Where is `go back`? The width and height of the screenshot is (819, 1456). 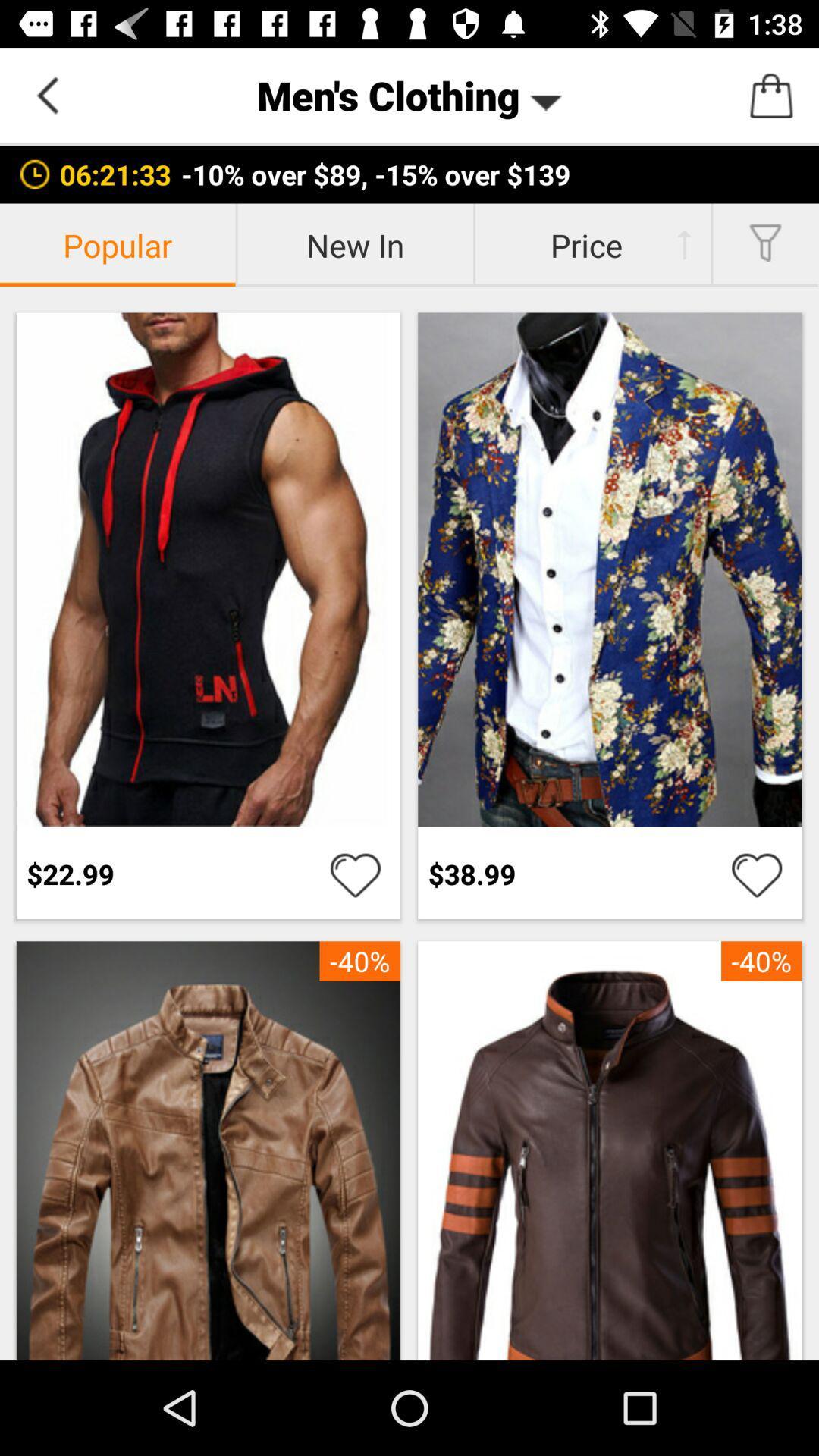
go back is located at coordinates (46, 94).